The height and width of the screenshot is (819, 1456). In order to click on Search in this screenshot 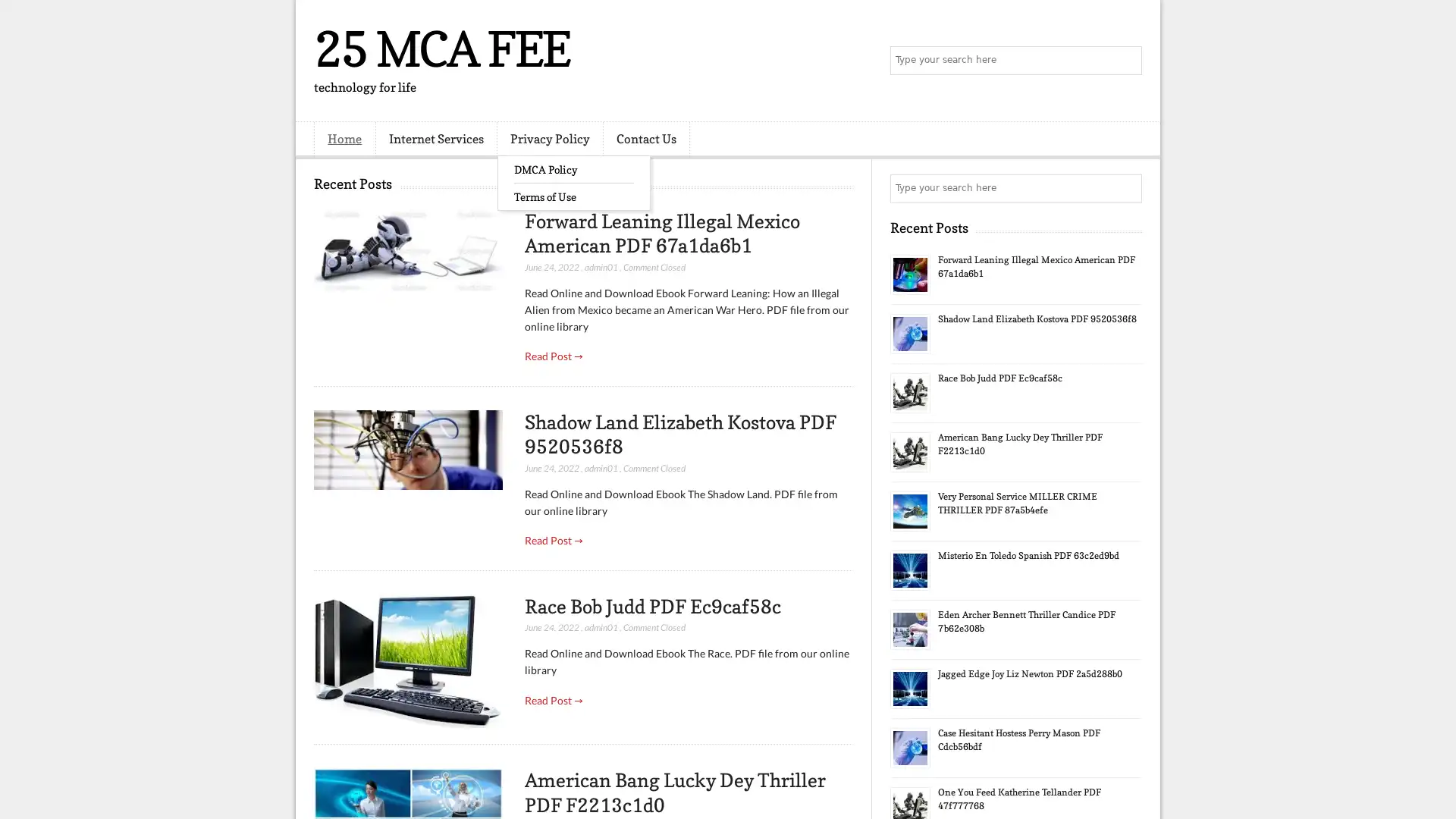, I will do `click(1126, 61)`.